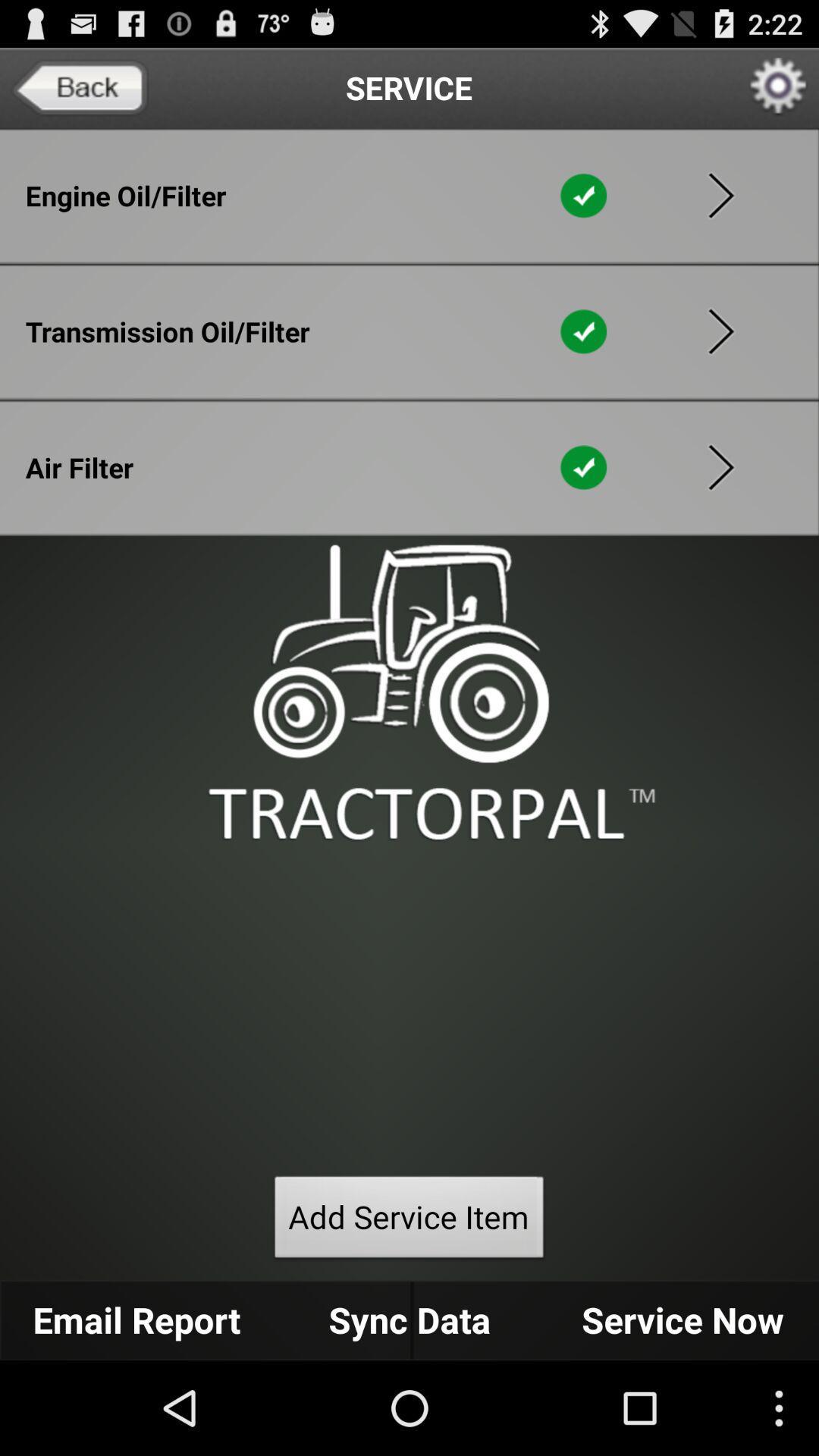  Describe the element at coordinates (720, 331) in the screenshot. I see `previous` at that location.